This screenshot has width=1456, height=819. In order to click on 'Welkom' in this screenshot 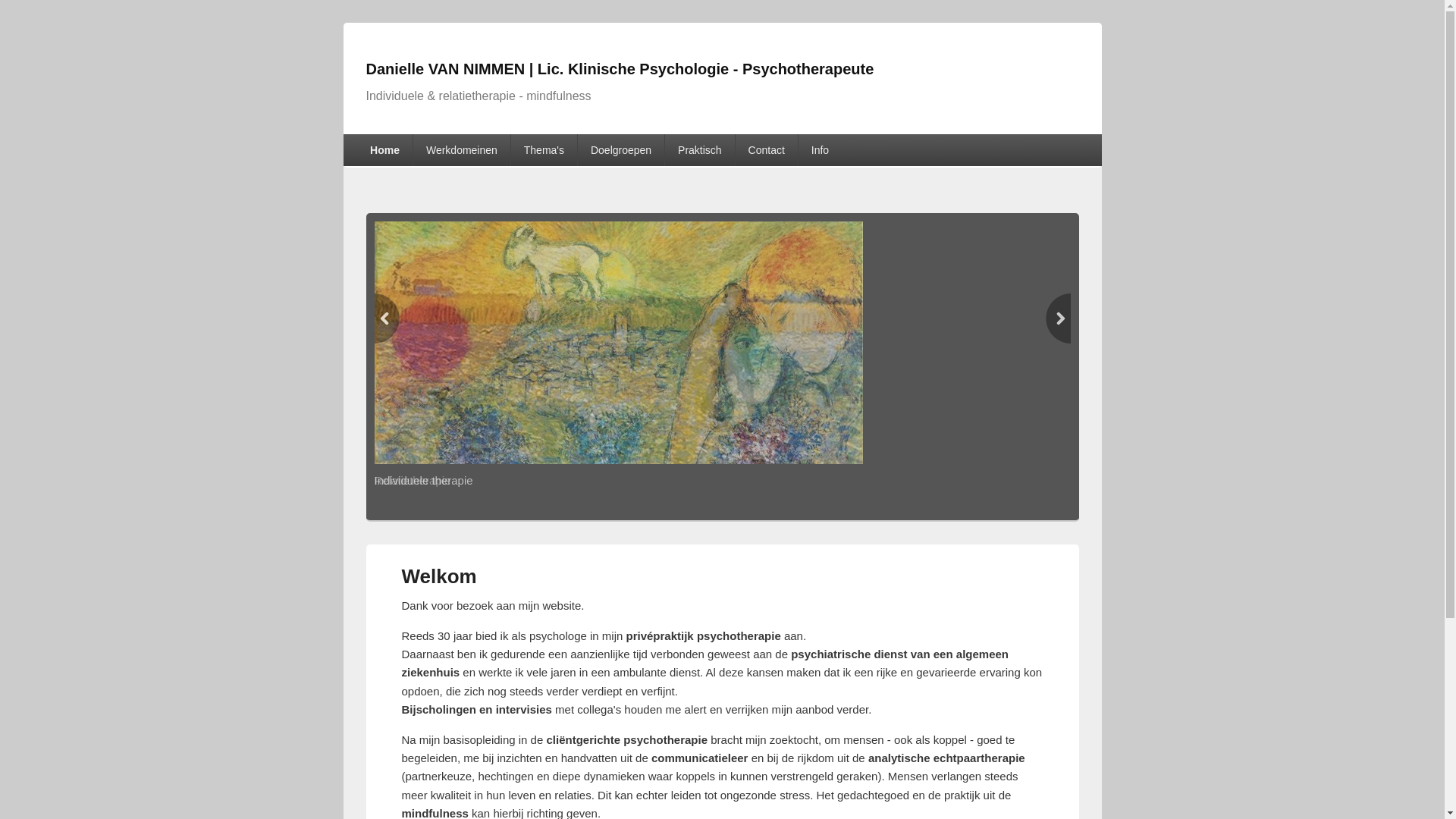, I will do `click(401, 576)`.